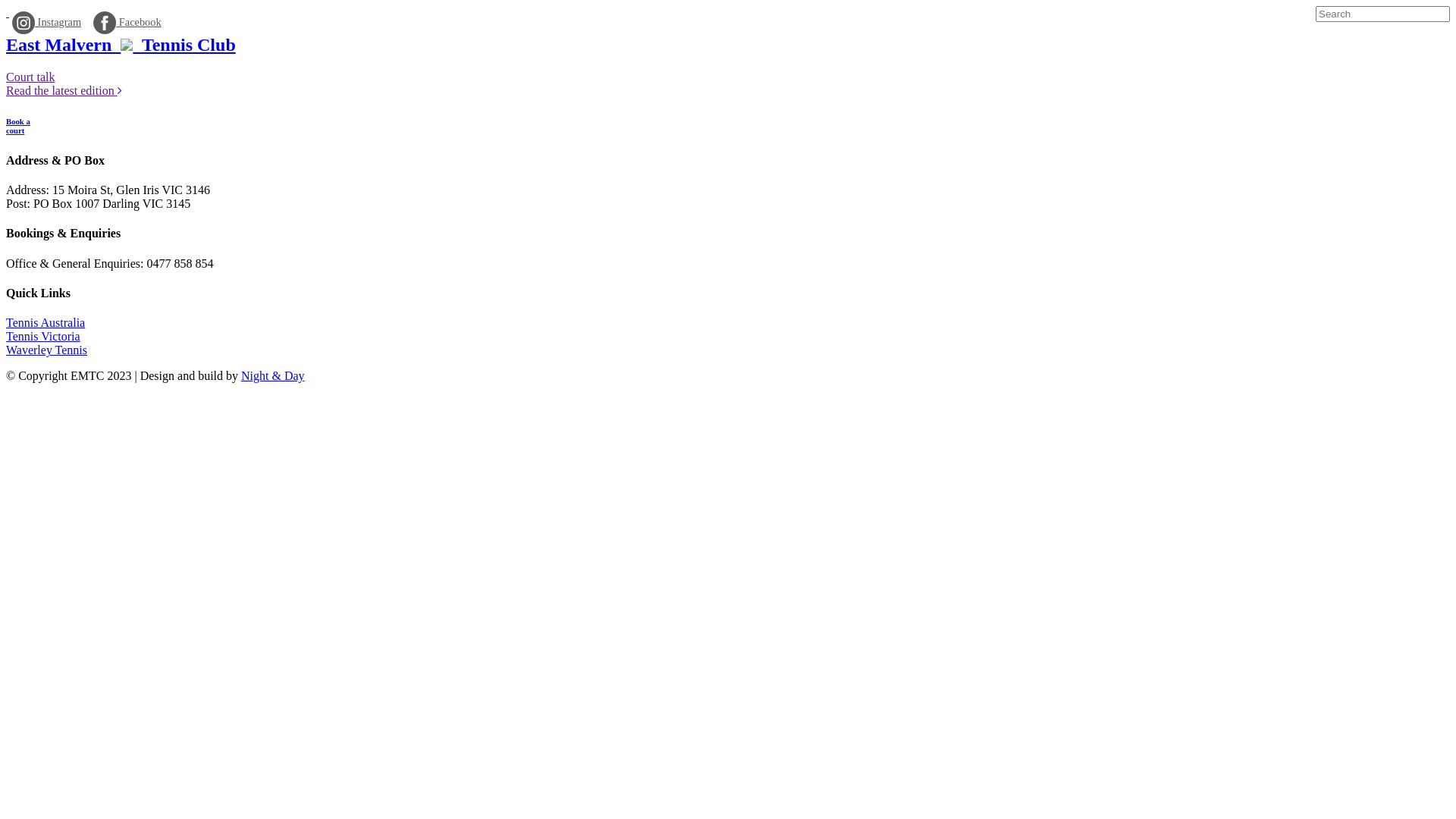 This screenshot has width=1456, height=819. Describe the element at coordinates (120, 43) in the screenshot. I see `'East Malvern    Tennis Club'` at that location.